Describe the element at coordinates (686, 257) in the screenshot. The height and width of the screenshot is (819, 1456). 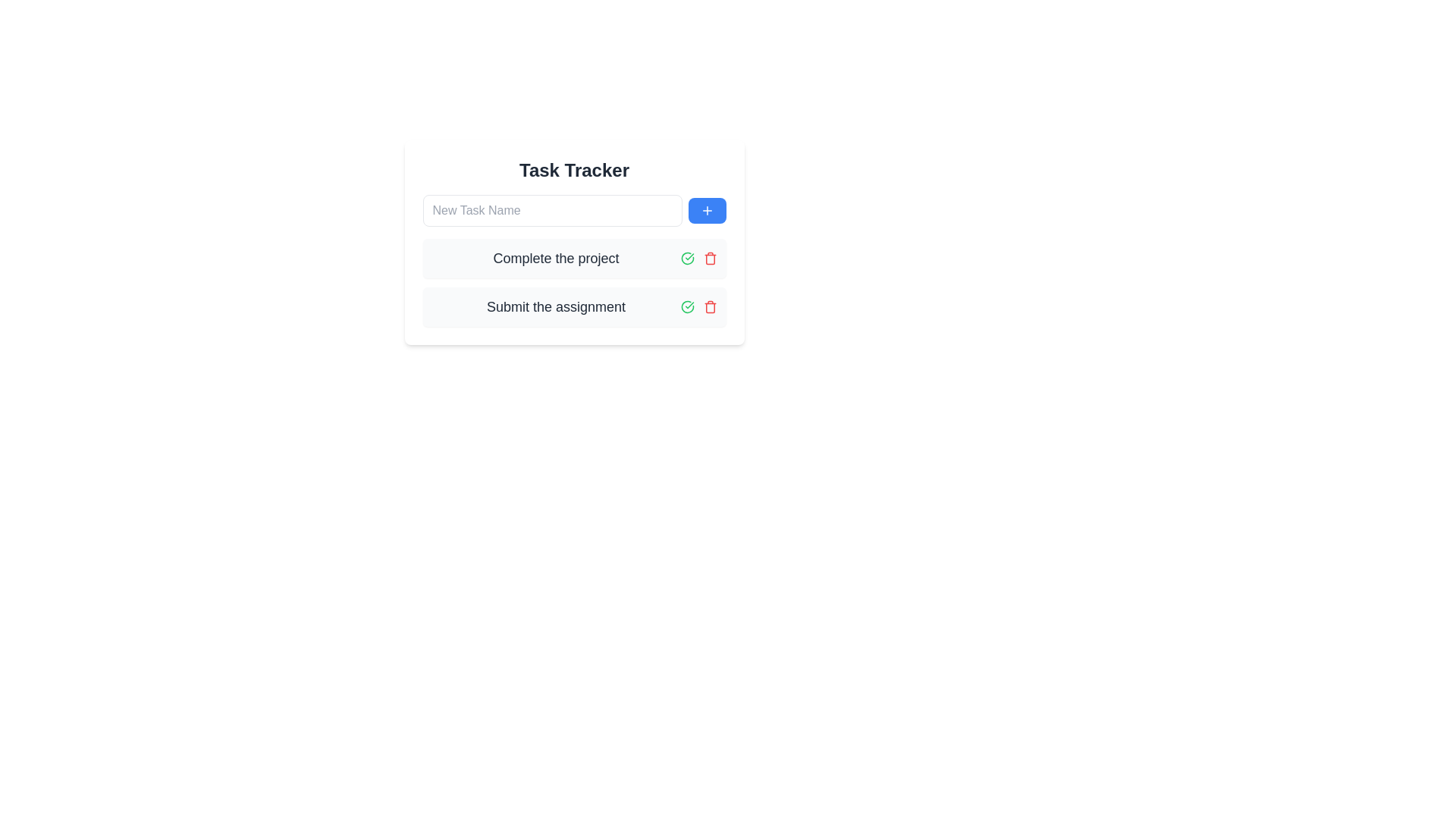
I see `the circular green icon with a checkmark that indicates the completion of the 'Submit the assignment' action` at that location.